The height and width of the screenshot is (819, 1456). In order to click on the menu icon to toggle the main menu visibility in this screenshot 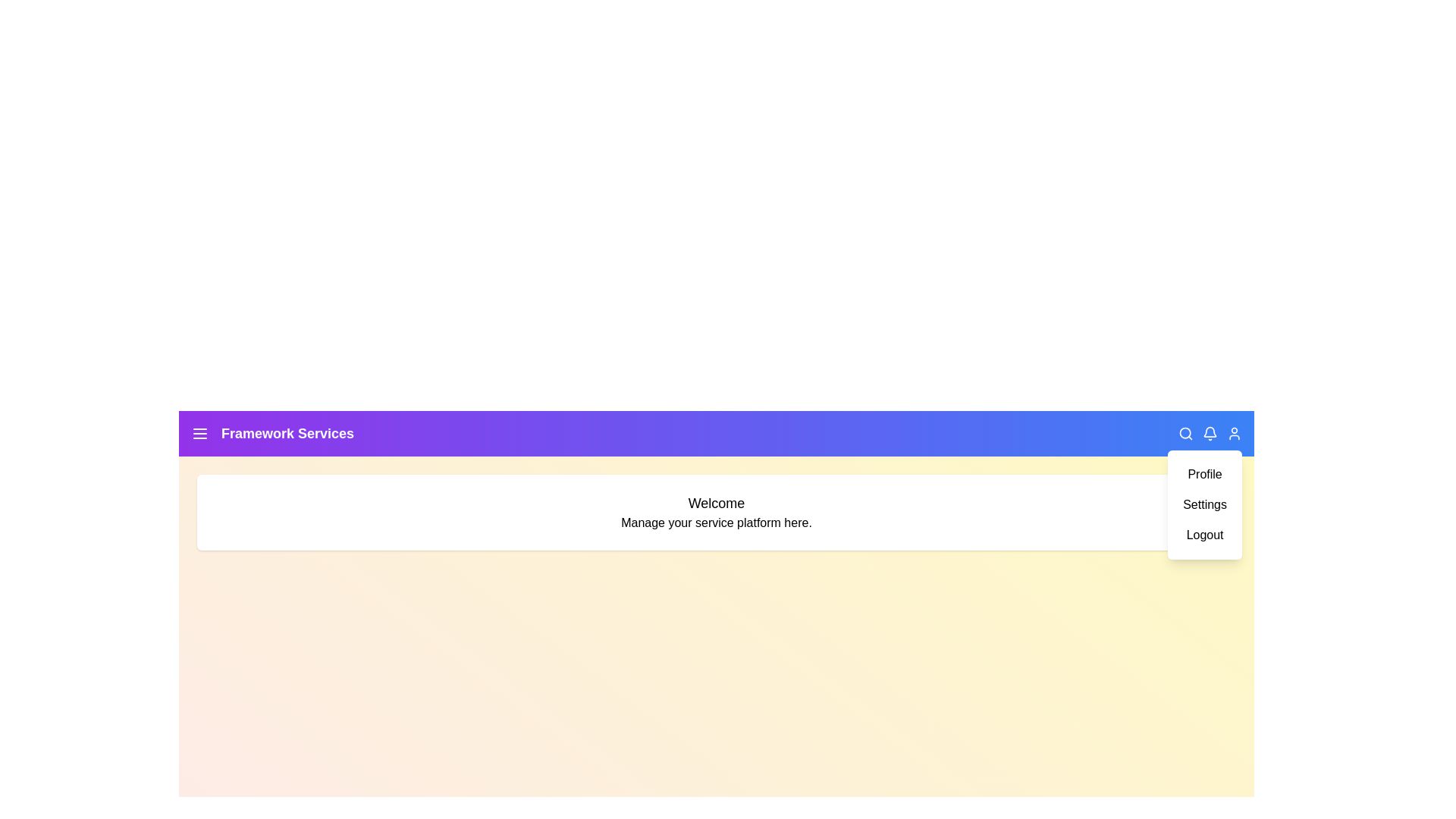, I will do `click(199, 433)`.